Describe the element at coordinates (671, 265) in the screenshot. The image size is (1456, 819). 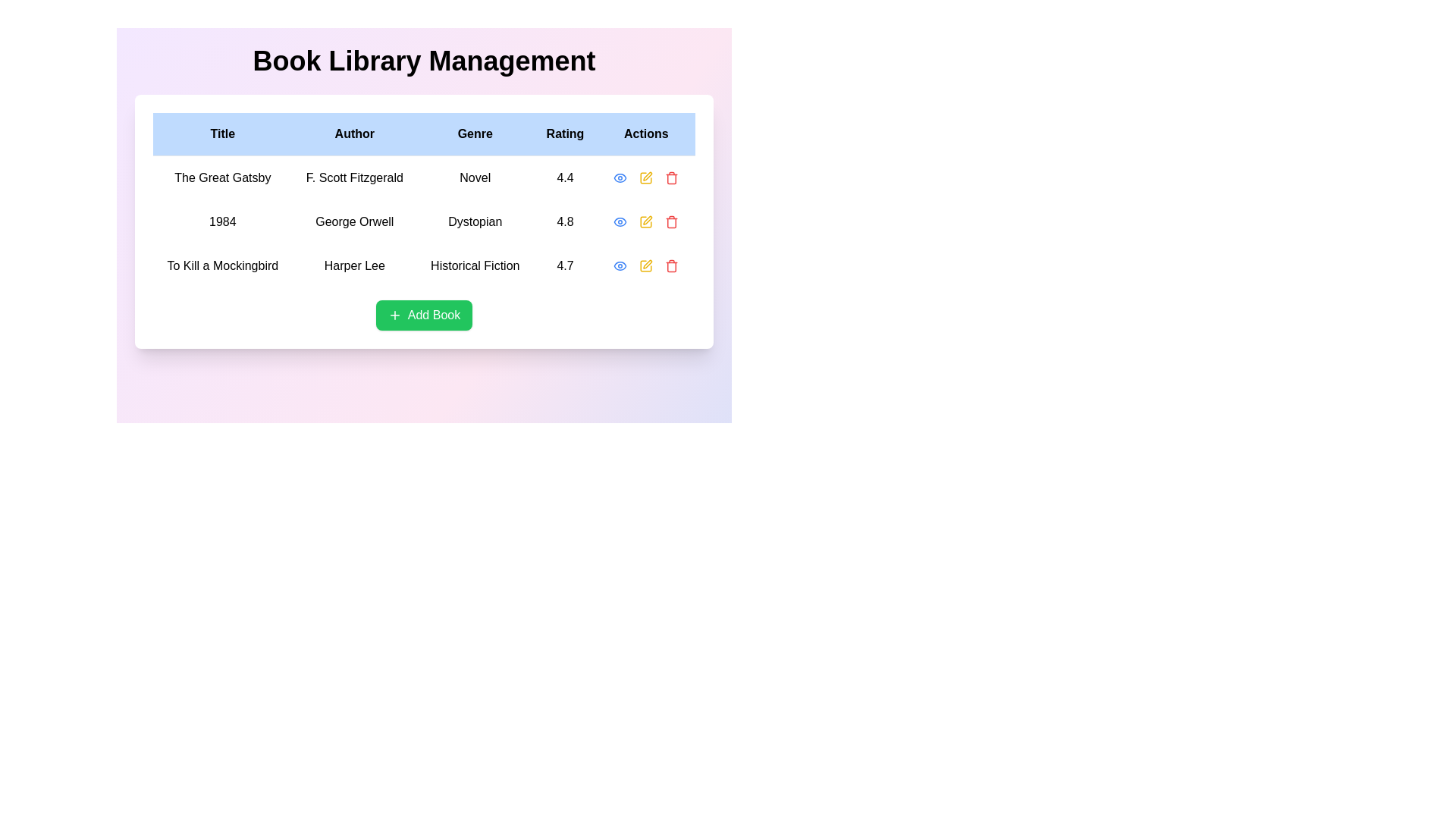
I see `the red trash can icon button in the 'Actions' column associated with 'To Kill a Mockingbird'` at that location.